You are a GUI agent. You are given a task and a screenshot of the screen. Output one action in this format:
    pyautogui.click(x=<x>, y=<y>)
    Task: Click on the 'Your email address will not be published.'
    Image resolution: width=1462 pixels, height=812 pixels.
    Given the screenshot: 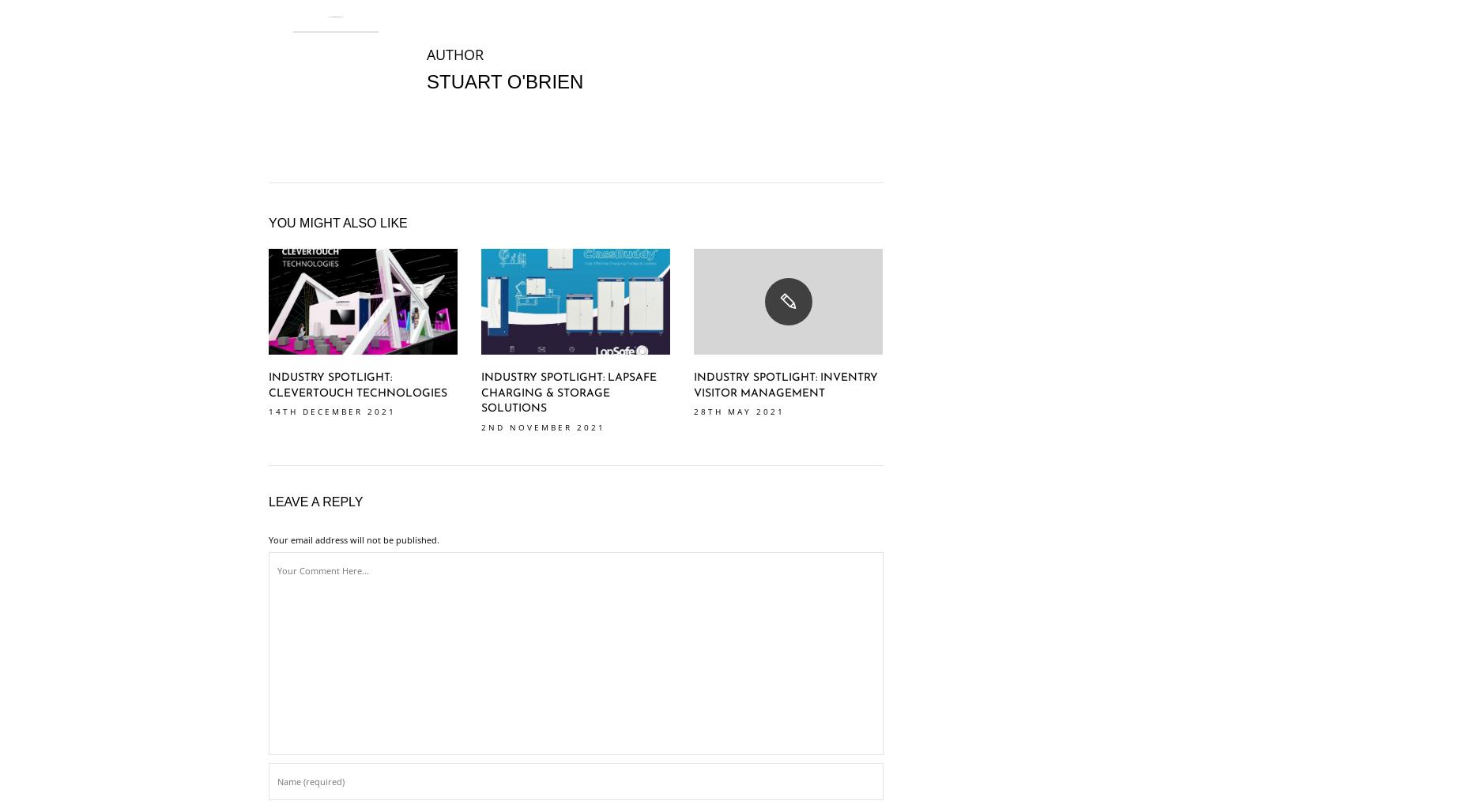 What is the action you would take?
    pyautogui.click(x=268, y=539)
    